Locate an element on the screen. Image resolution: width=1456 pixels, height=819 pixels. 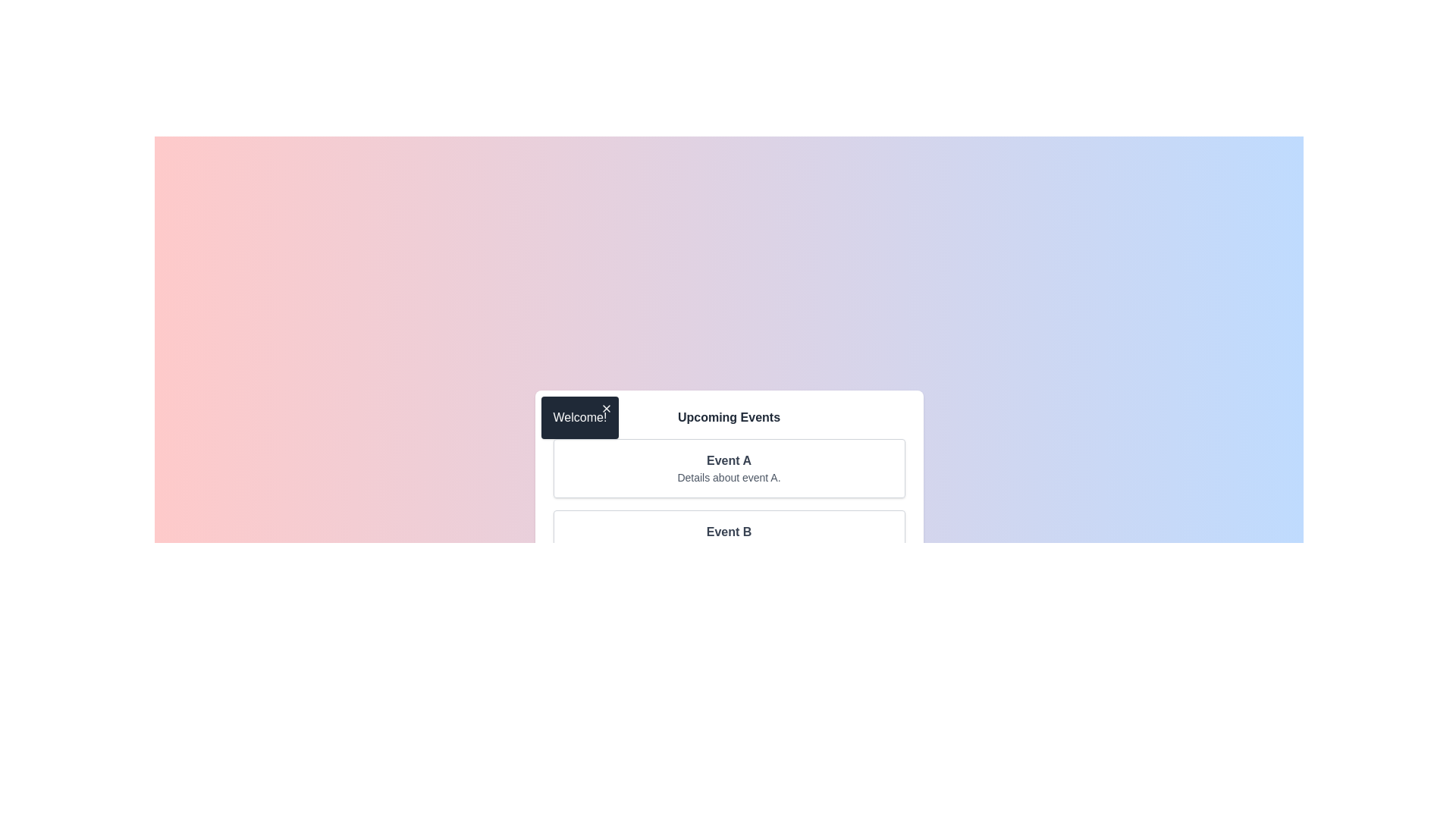
the 'Upcoming Events' text label, which is in bold gray font and positioned centrally beneath the 'Welcome!' label and above the first event card is located at coordinates (729, 418).